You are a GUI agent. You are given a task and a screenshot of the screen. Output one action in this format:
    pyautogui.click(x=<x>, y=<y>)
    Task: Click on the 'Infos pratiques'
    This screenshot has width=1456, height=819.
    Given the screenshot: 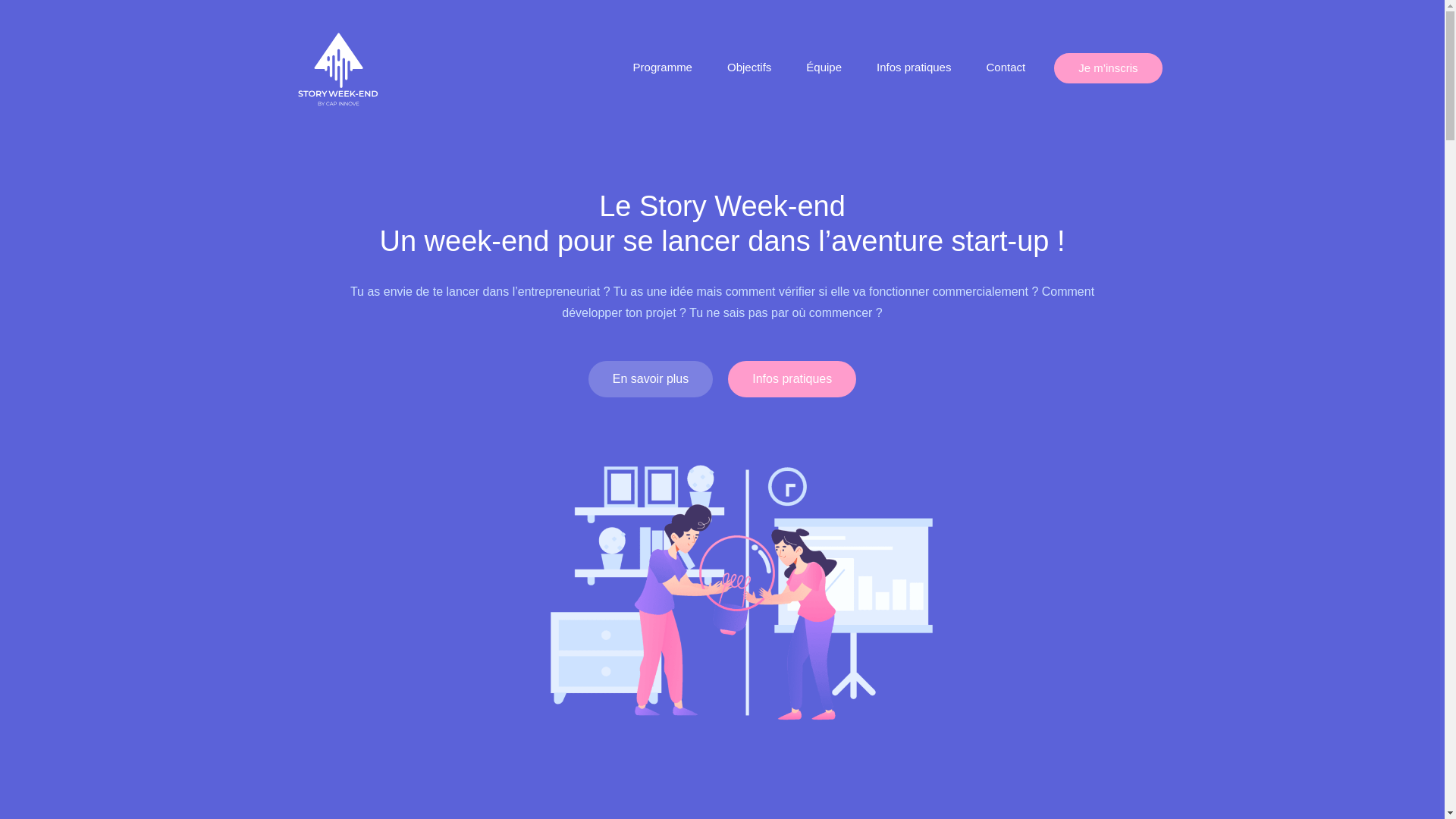 What is the action you would take?
    pyautogui.click(x=791, y=378)
    